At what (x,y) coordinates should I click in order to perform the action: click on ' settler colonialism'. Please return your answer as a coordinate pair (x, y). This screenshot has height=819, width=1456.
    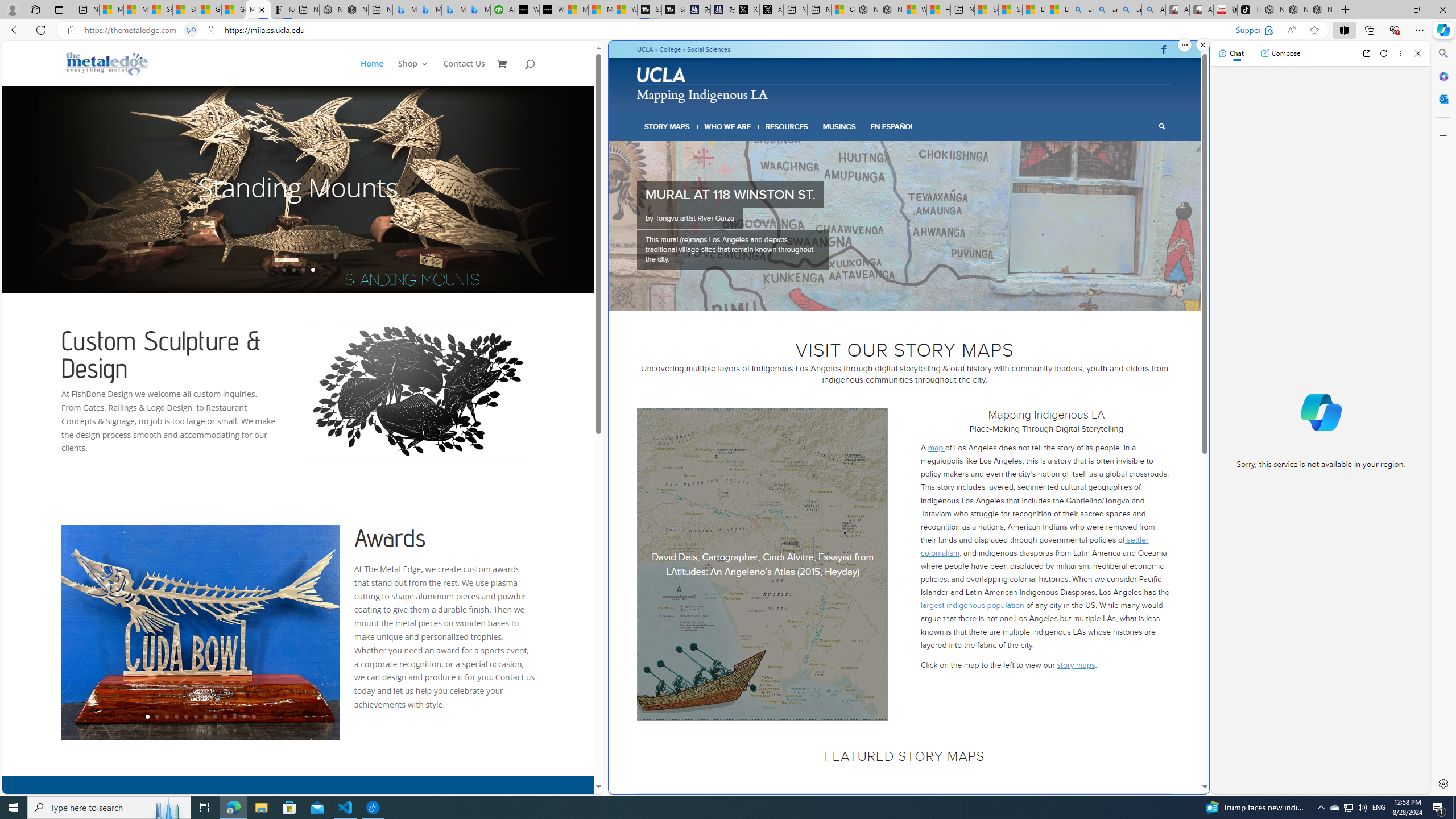
    Looking at the image, I should click on (1034, 546).